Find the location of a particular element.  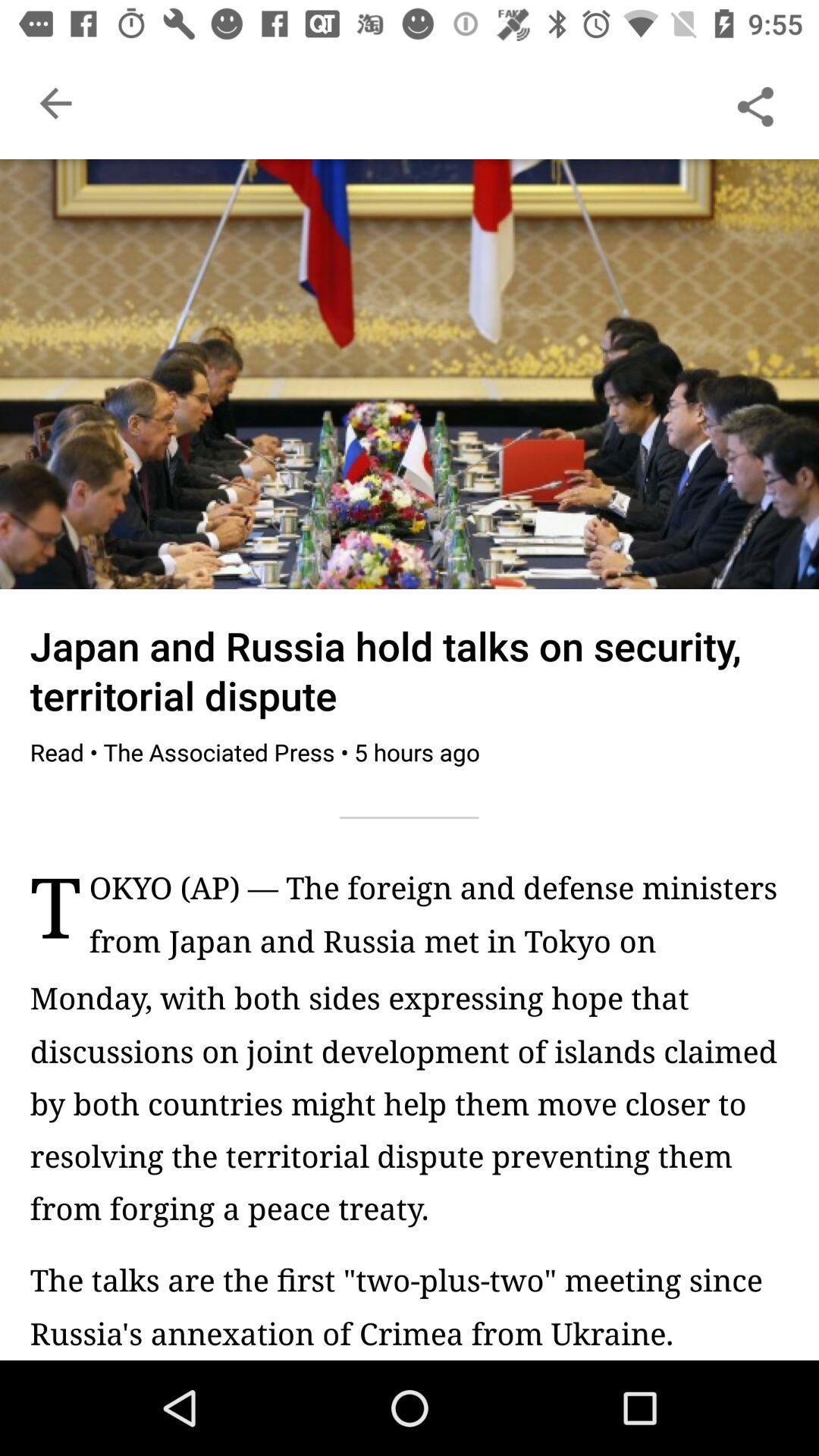

the the talks are item is located at coordinates (409, 1305).